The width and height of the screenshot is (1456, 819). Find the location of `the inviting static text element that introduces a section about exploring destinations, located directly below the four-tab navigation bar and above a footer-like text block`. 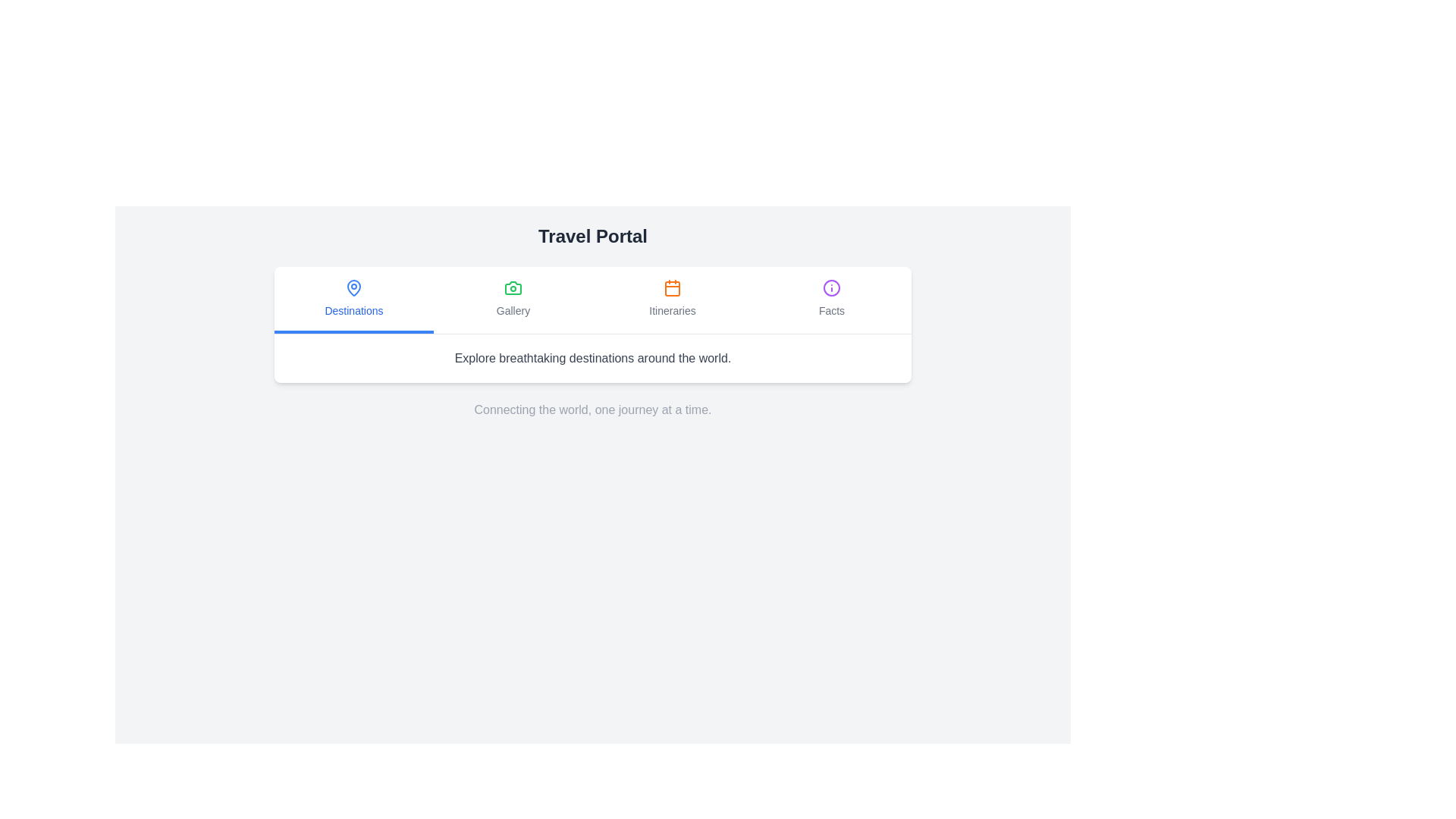

the inviting static text element that introduces a section about exploring destinations, located directly below the four-tab navigation bar and above a footer-like text block is located at coordinates (592, 359).